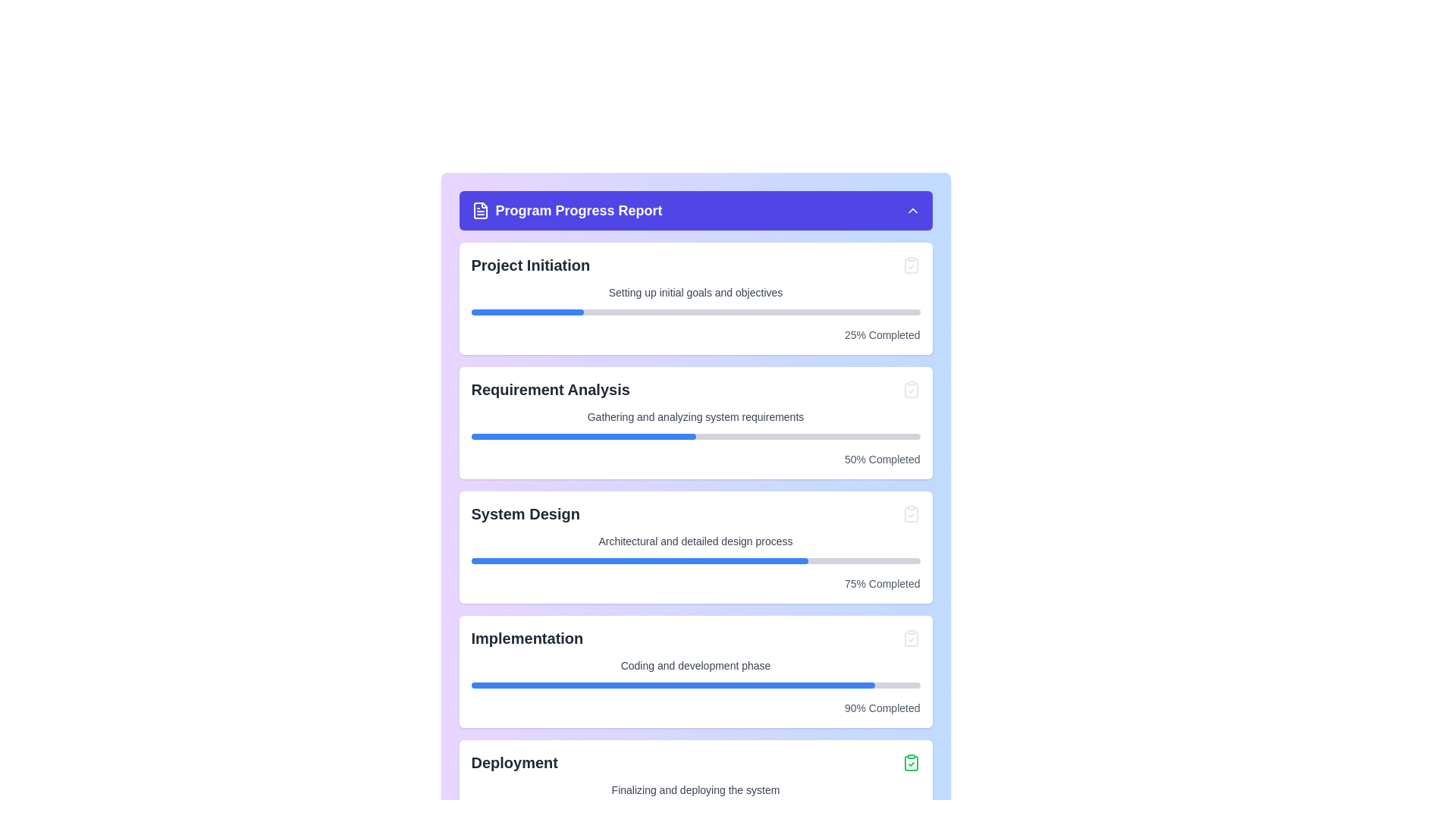  Describe the element at coordinates (550, 388) in the screenshot. I see `the 'Requirement Analysis' title text label, which serves as a section header in the progress report interface` at that location.